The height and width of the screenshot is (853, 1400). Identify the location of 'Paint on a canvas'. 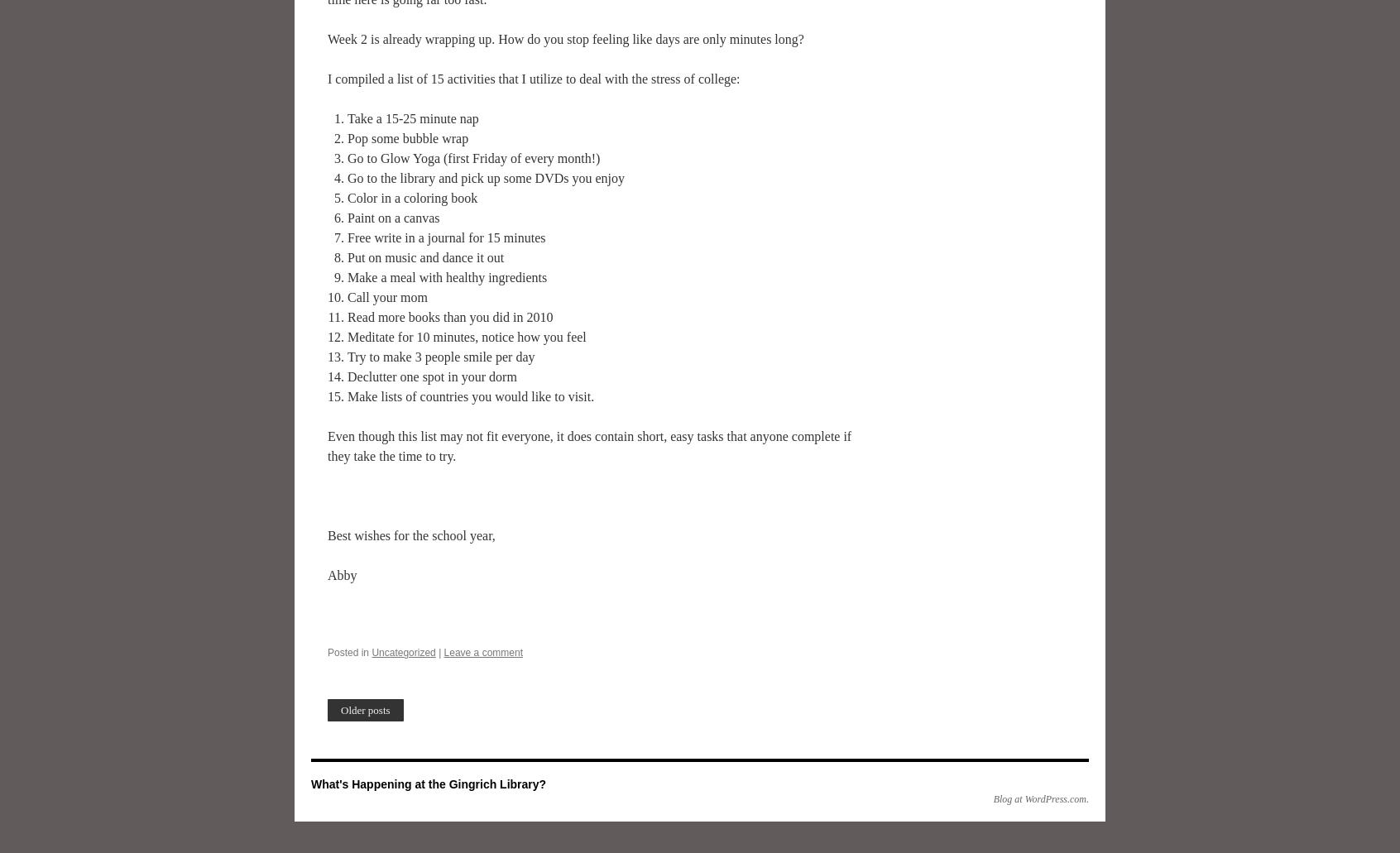
(392, 218).